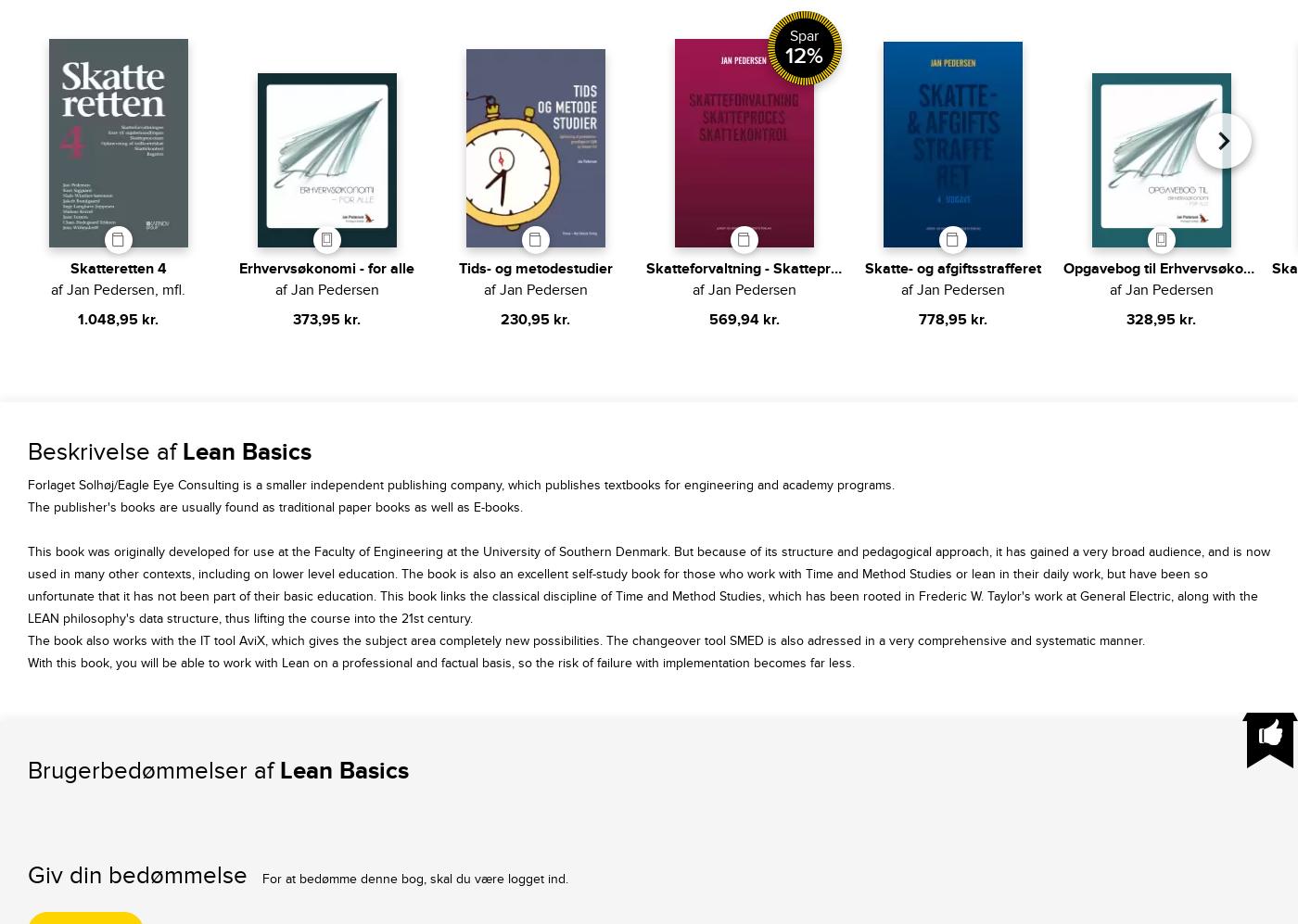 The height and width of the screenshot is (924, 1298). Describe the element at coordinates (26, 484) in the screenshot. I see `'Forlaget Solhøj/Eagle Eye Consulting is a smaller independent publishing company, which publishes textbooks for engineering and academy programs.'` at that location.